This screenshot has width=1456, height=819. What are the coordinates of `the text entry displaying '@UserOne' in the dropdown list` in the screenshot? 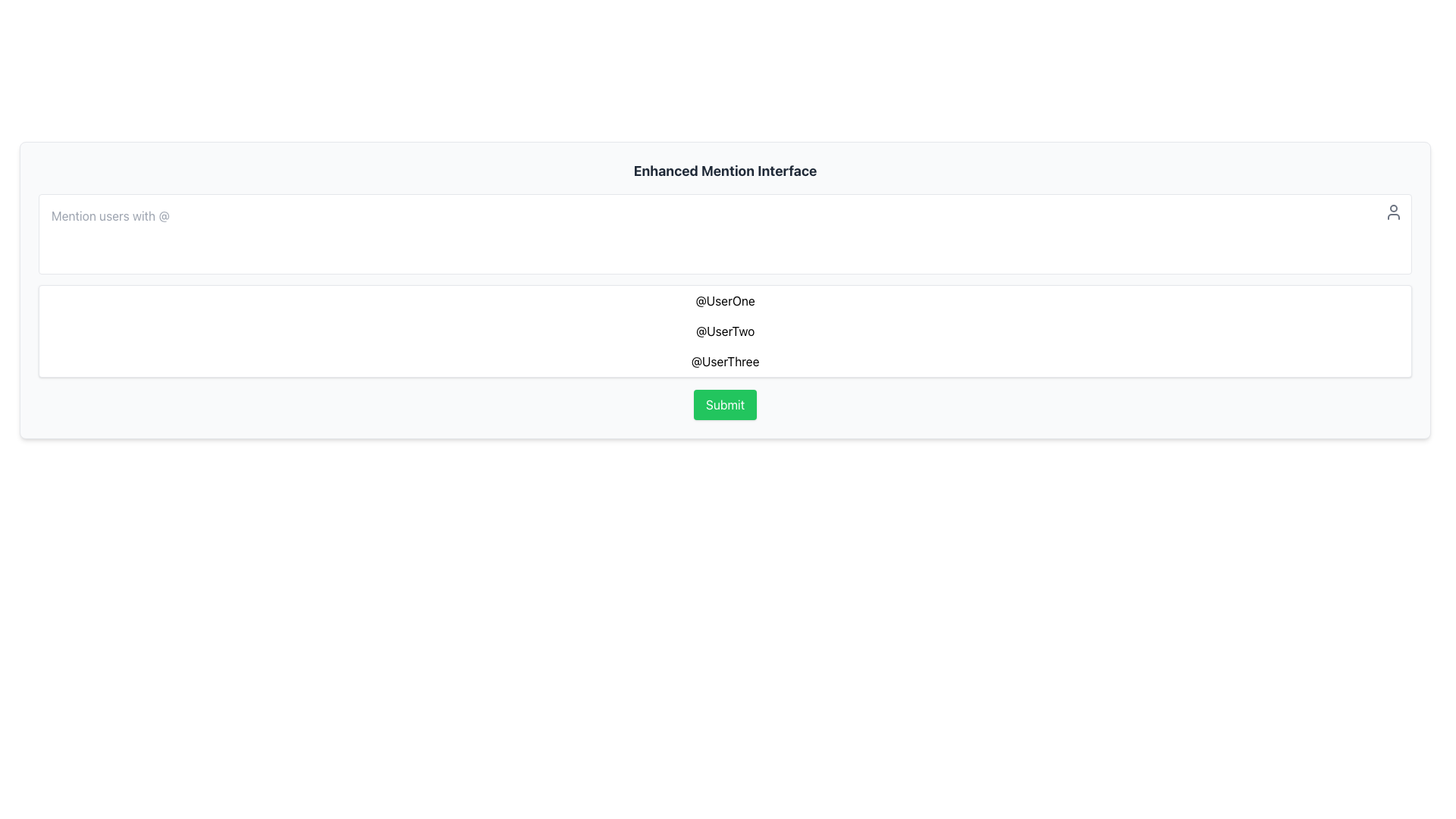 It's located at (724, 301).